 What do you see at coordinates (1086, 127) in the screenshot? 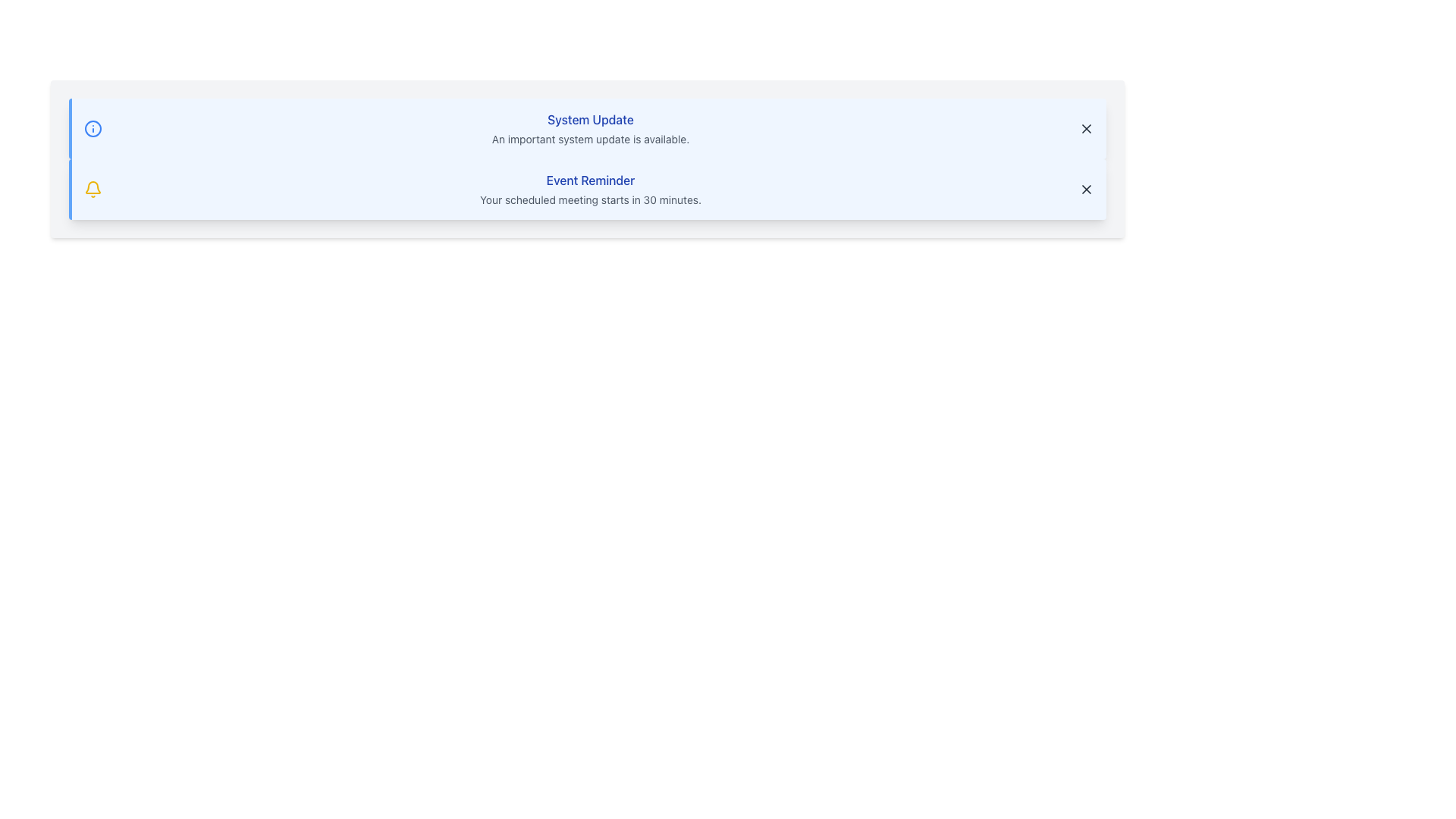
I see `the dismiss button (the 'X' icon) located at the top-right corner of the 'System Update' notification` at bounding box center [1086, 127].